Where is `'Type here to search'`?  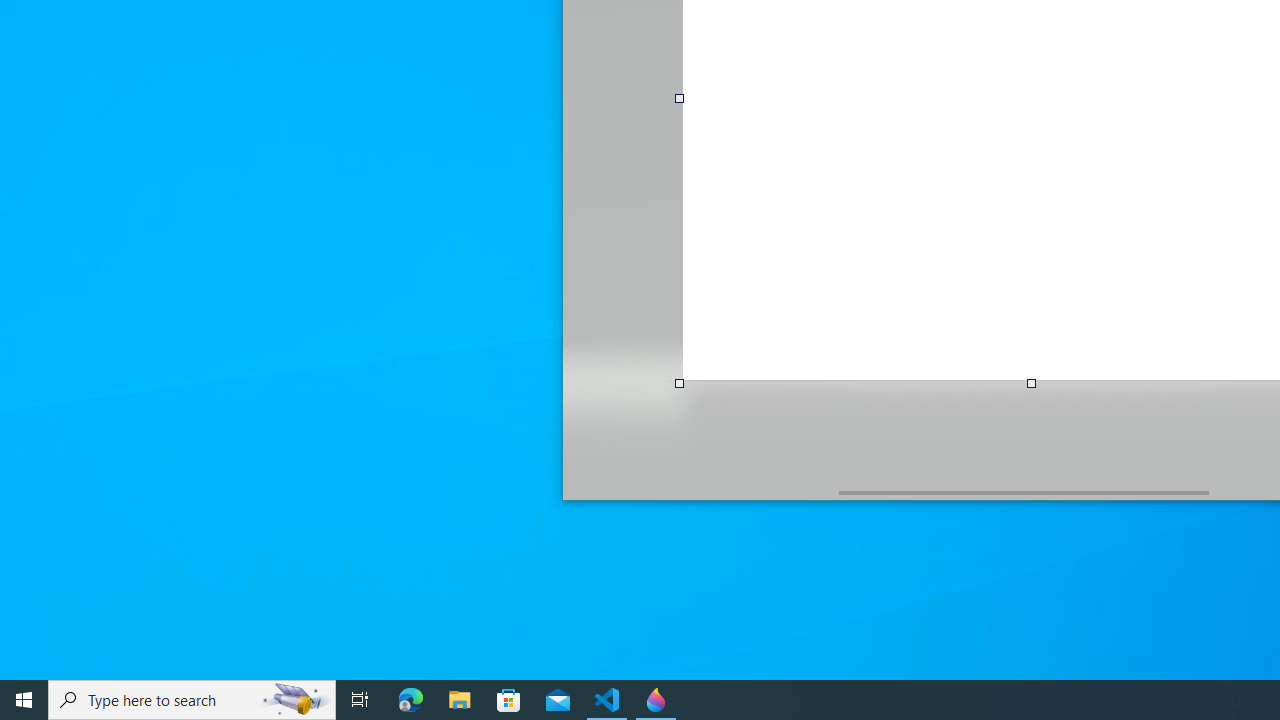
'Type here to search' is located at coordinates (192, 698).